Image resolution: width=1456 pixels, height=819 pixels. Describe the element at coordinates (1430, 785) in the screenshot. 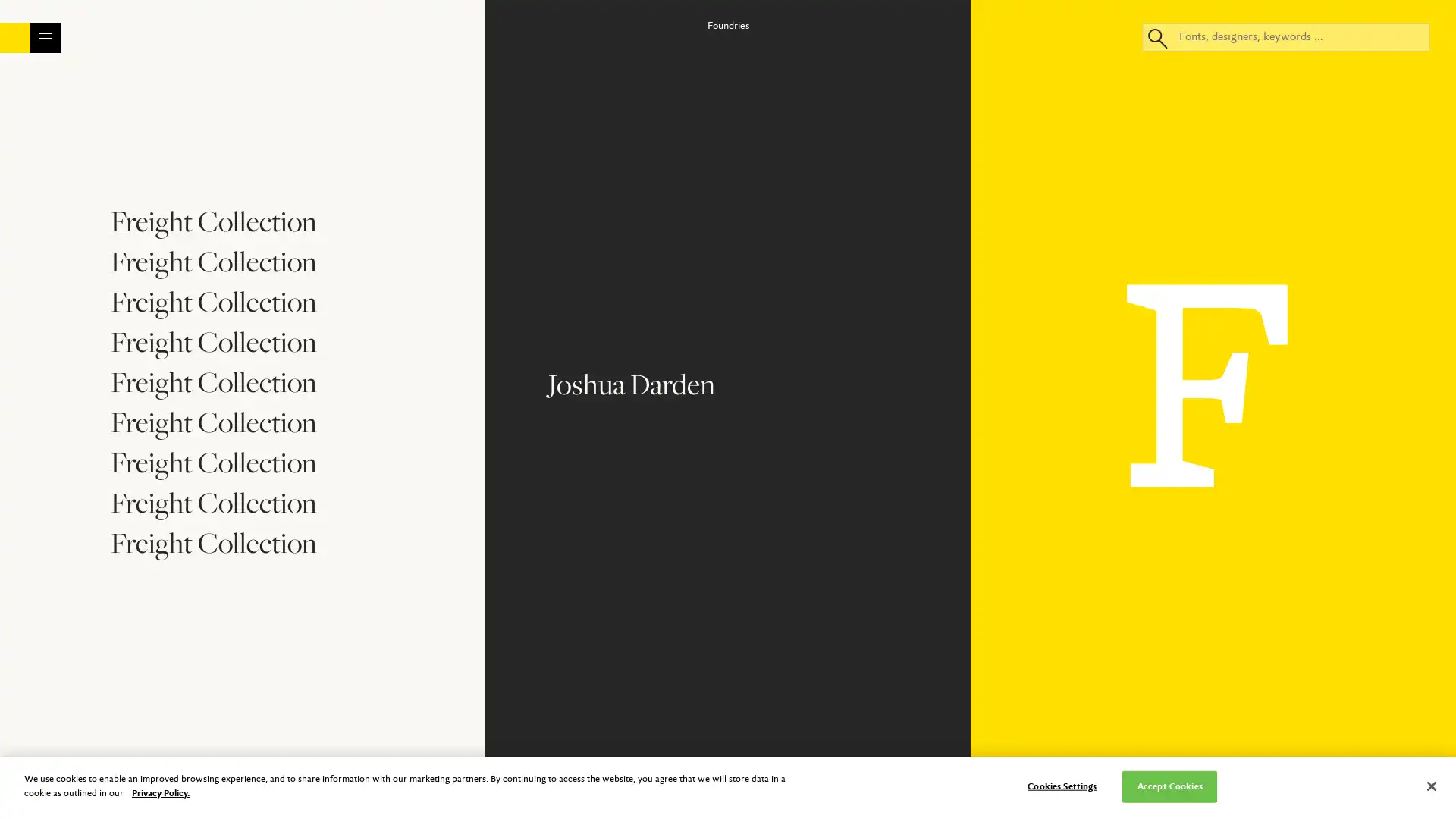

I see `Close` at that location.